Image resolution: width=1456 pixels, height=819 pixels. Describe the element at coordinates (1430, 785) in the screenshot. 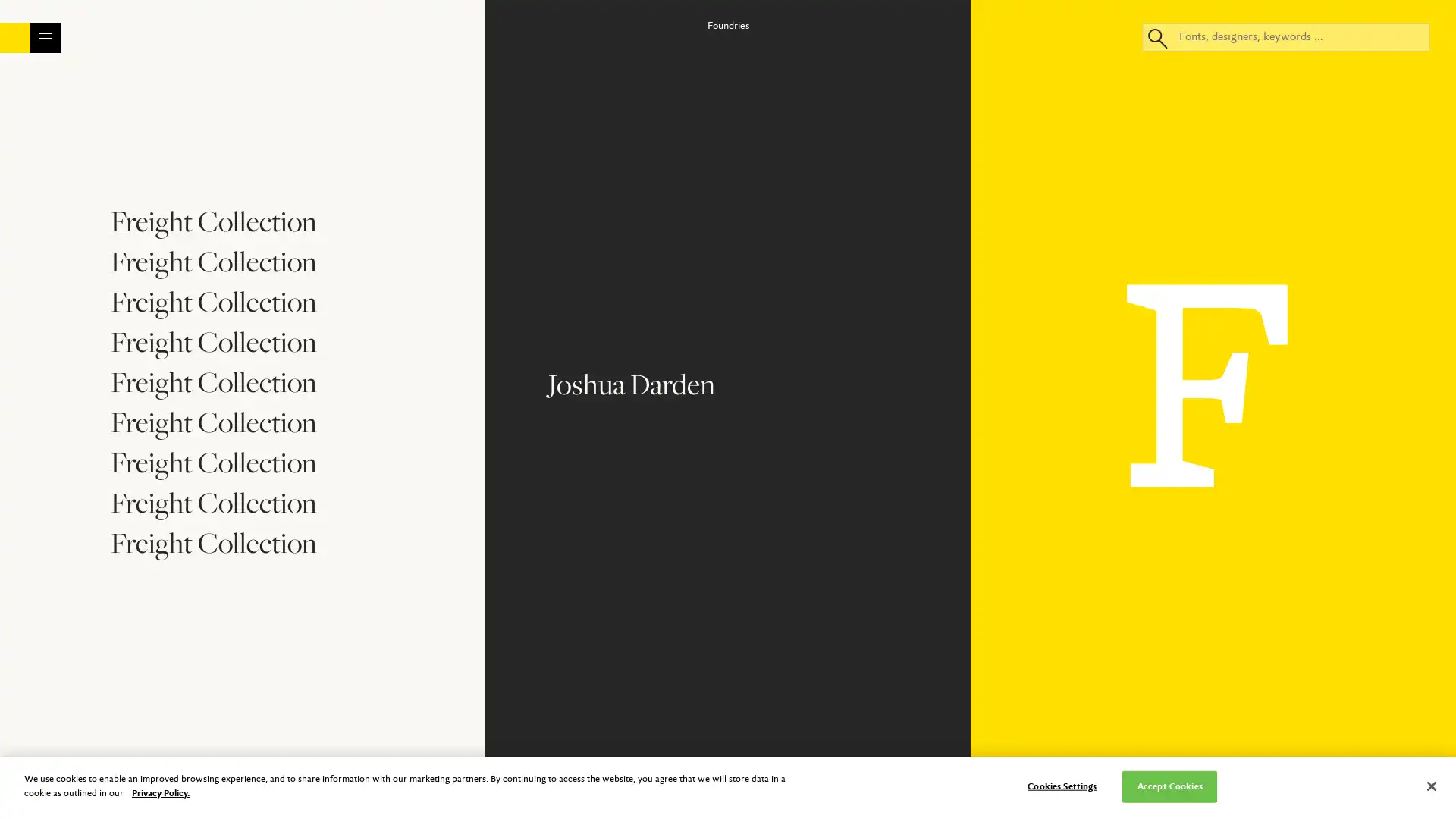

I see `Close` at that location.